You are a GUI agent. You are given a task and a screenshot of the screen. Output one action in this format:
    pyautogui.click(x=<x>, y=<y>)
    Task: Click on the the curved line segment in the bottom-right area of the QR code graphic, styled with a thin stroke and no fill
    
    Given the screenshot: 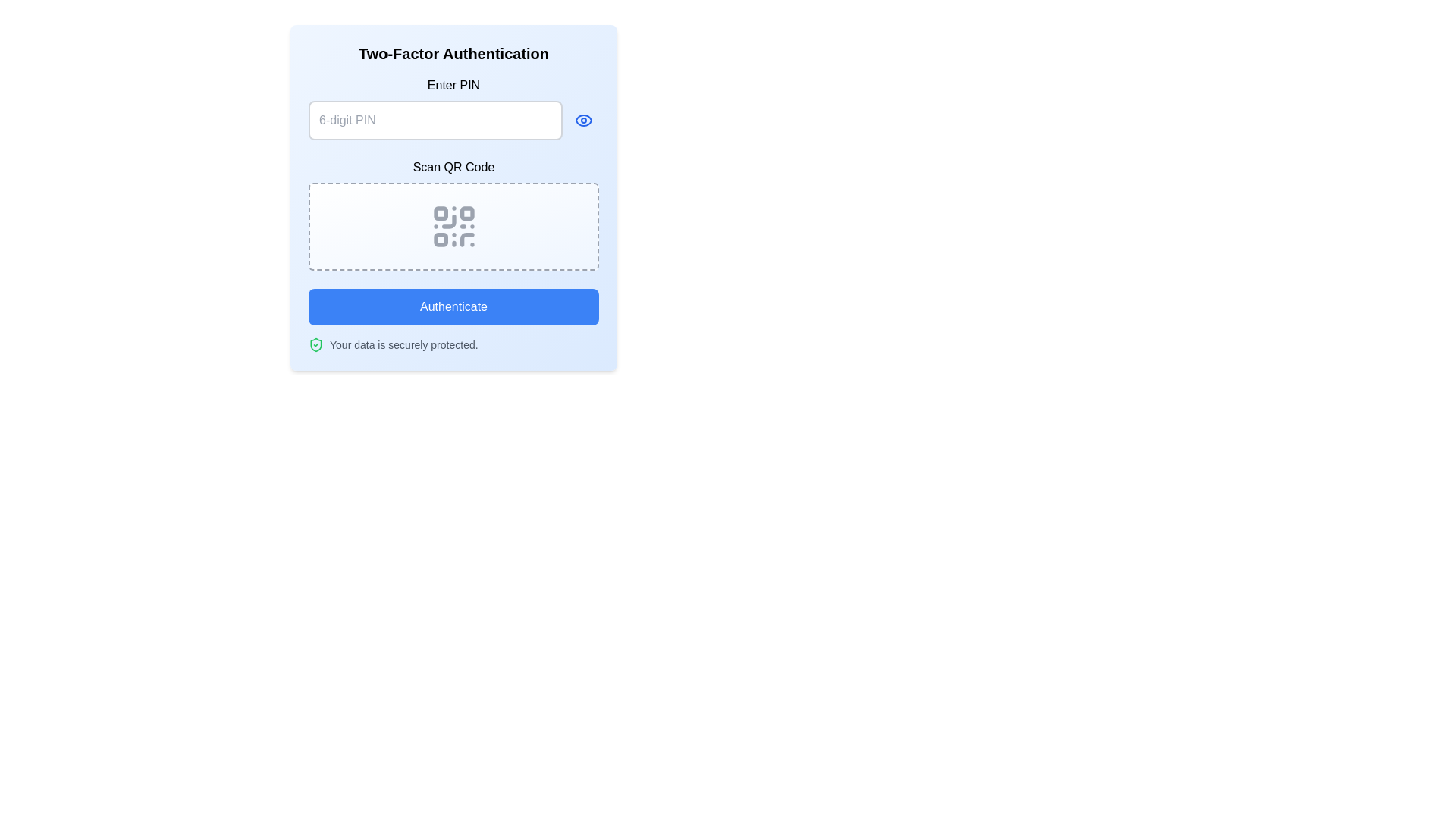 What is the action you would take?
    pyautogui.click(x=466, y=239)
    